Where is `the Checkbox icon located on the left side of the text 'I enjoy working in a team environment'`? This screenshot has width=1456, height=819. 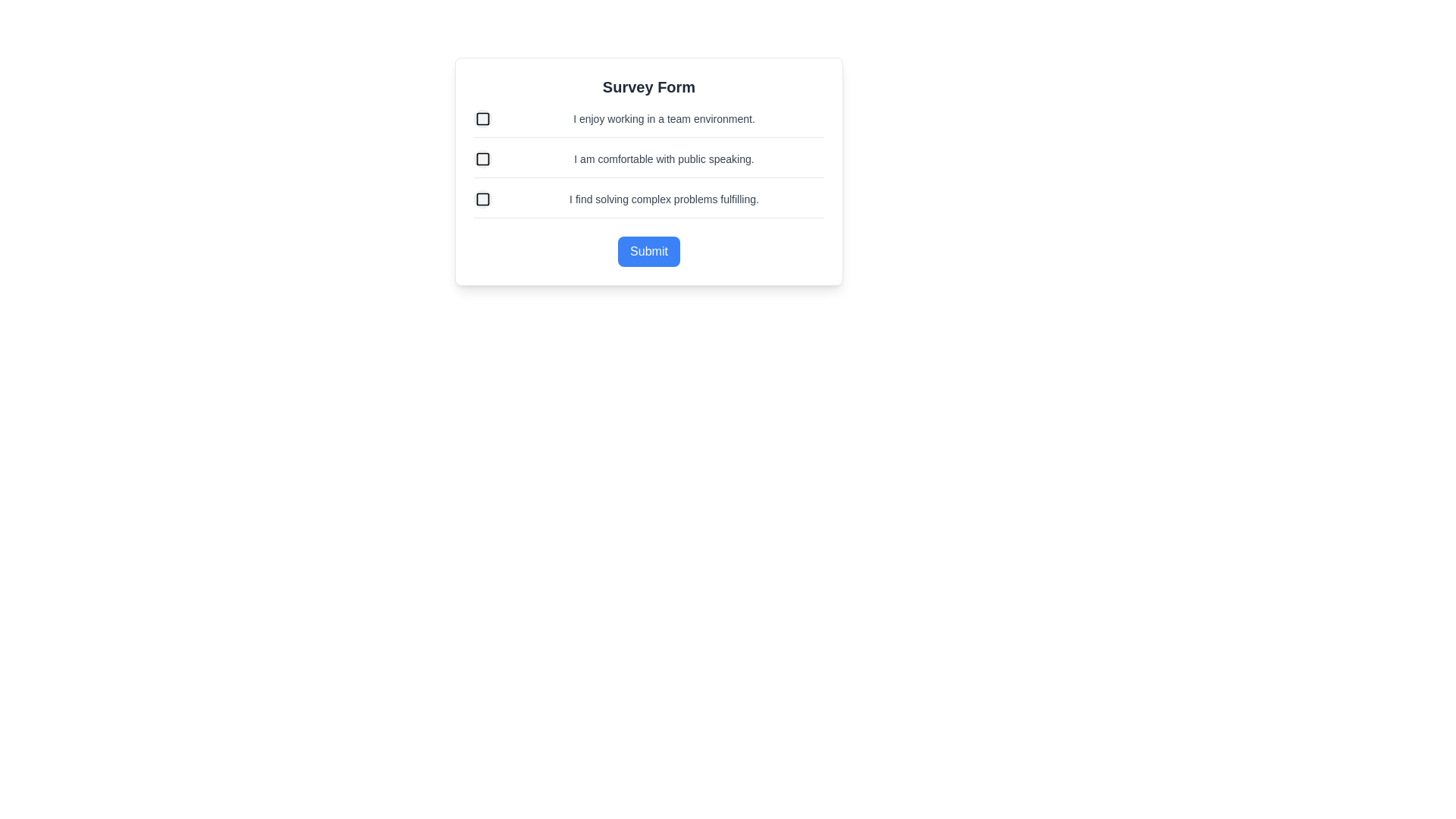 the Checkbox icon located on the left side of the text 'I enjoy working in a team environment' is located at coordinates (482, 118).